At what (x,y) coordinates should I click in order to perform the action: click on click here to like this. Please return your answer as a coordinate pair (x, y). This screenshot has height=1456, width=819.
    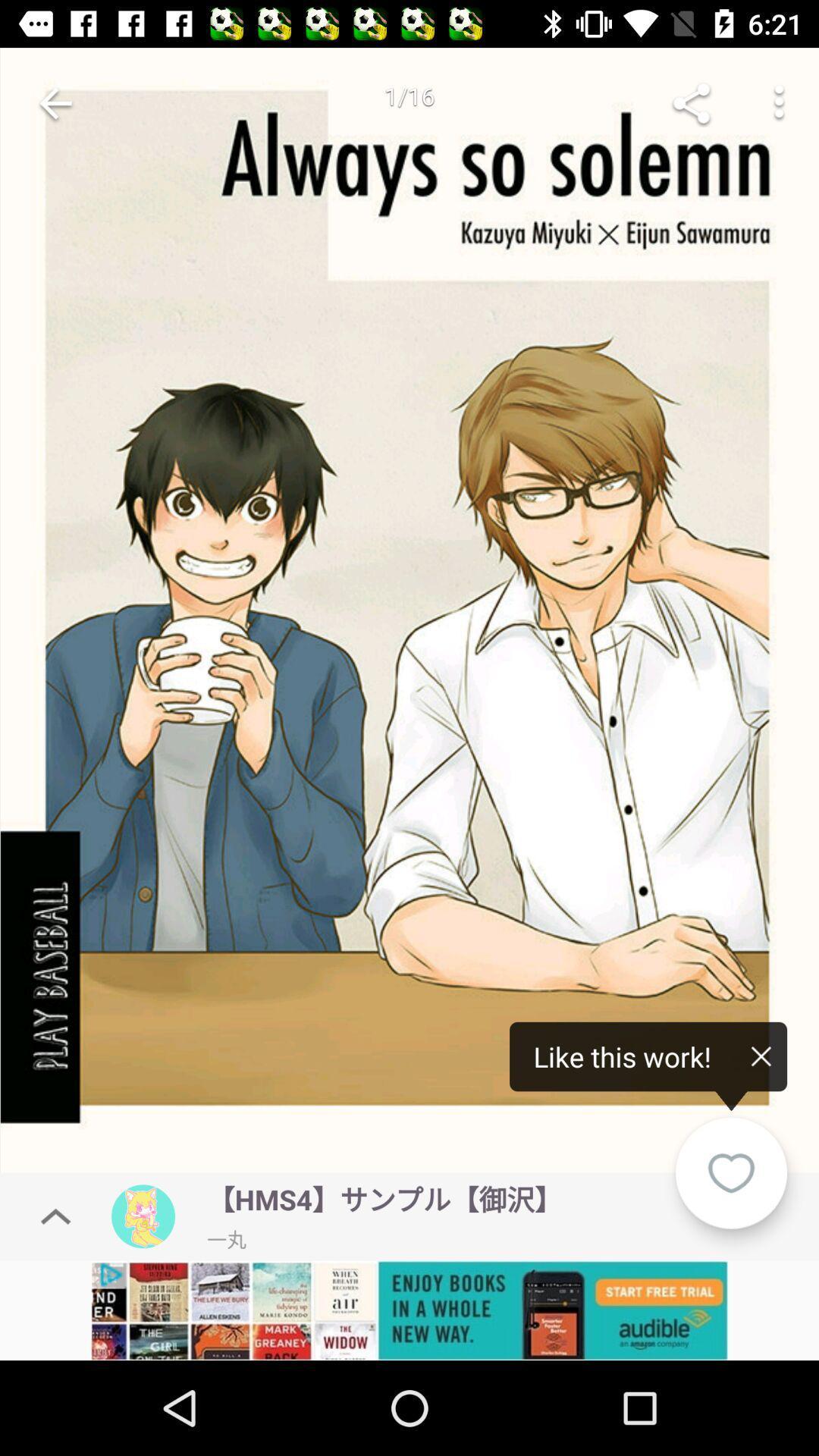
    Looking at the image, I should click on (409, 614).